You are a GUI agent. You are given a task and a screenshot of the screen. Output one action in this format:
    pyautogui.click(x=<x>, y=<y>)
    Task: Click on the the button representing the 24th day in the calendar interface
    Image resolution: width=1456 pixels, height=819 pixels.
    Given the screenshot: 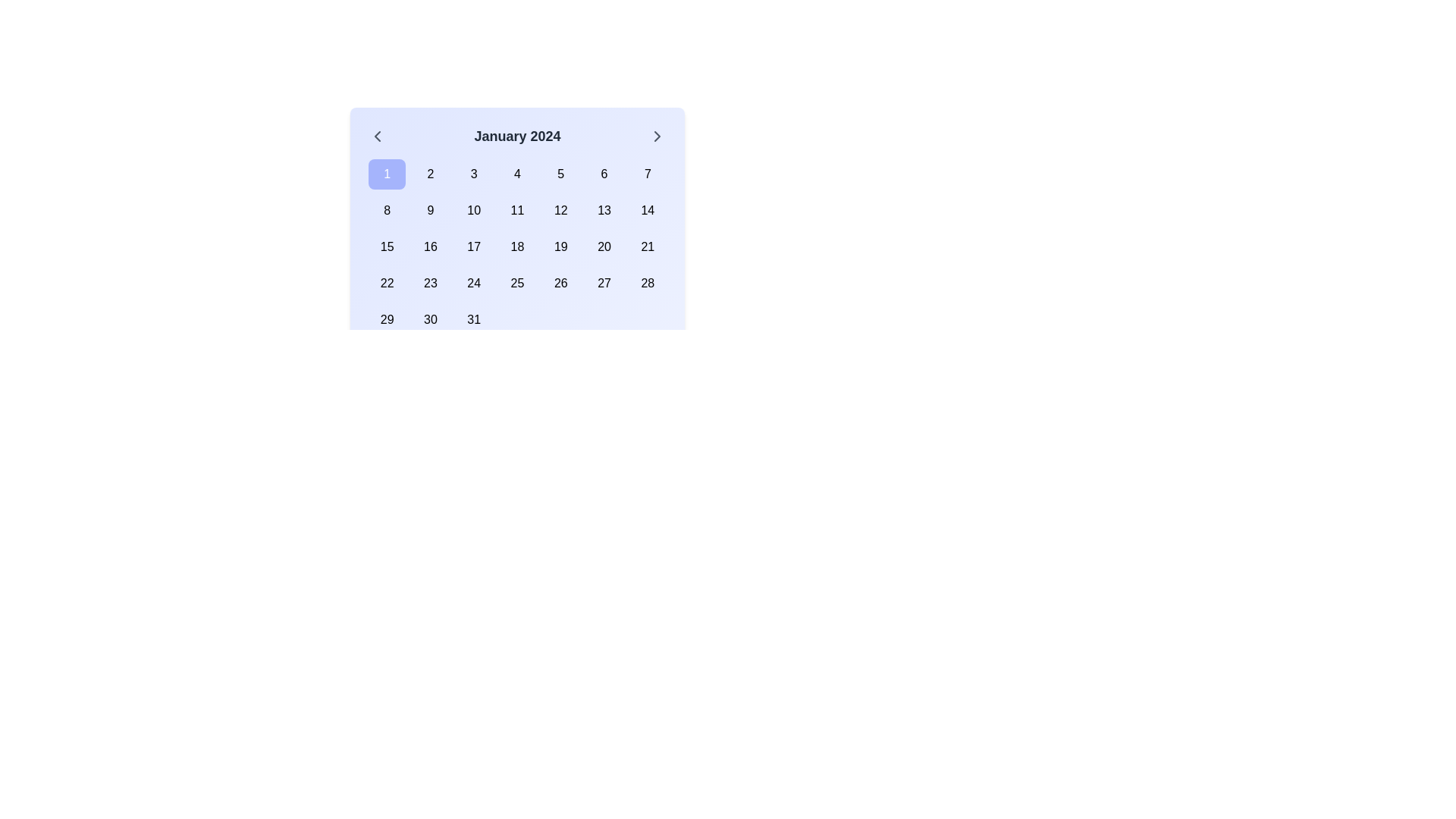 What is the action you would take?
    pyautogui.click(x=473, y=284)
    